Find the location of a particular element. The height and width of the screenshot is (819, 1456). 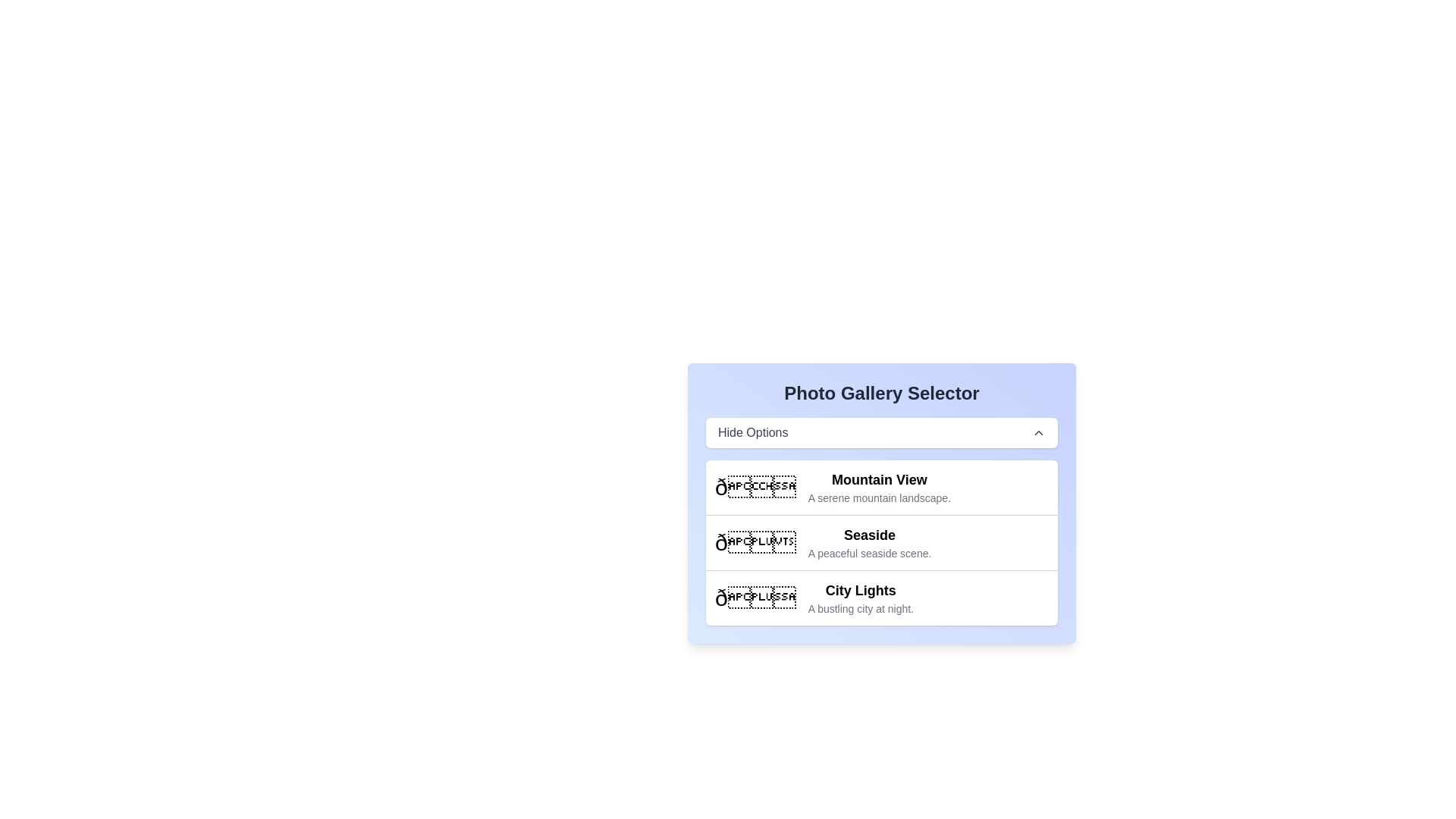

the third item in the vertical list titled 'City Lights' is located at coordinates (881, 597).